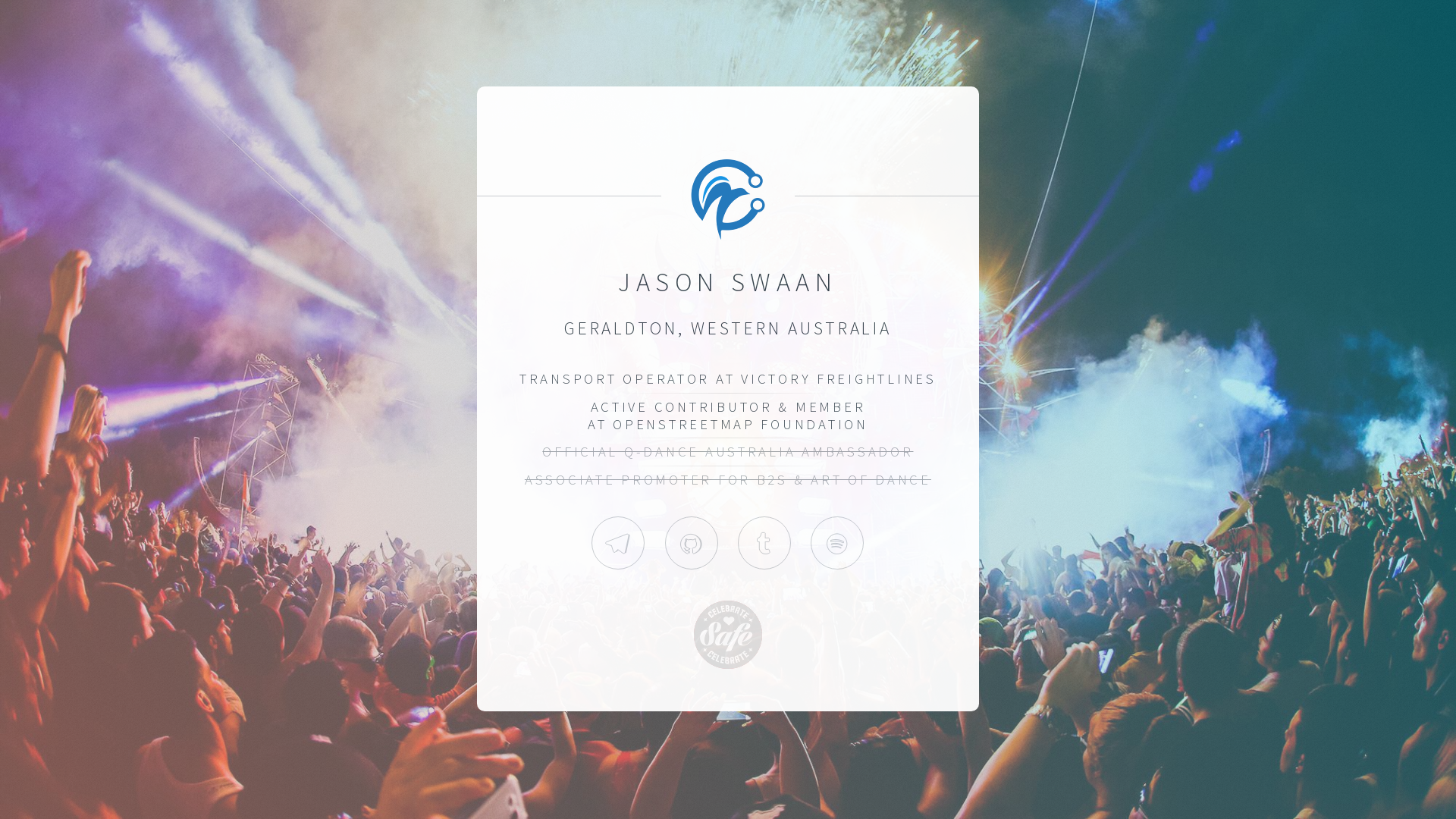 This screenshot has width=1456, height=819. Describe the element at coordinates (764, 542) in the screenshot. I see `'TUMBLR'` at that location.